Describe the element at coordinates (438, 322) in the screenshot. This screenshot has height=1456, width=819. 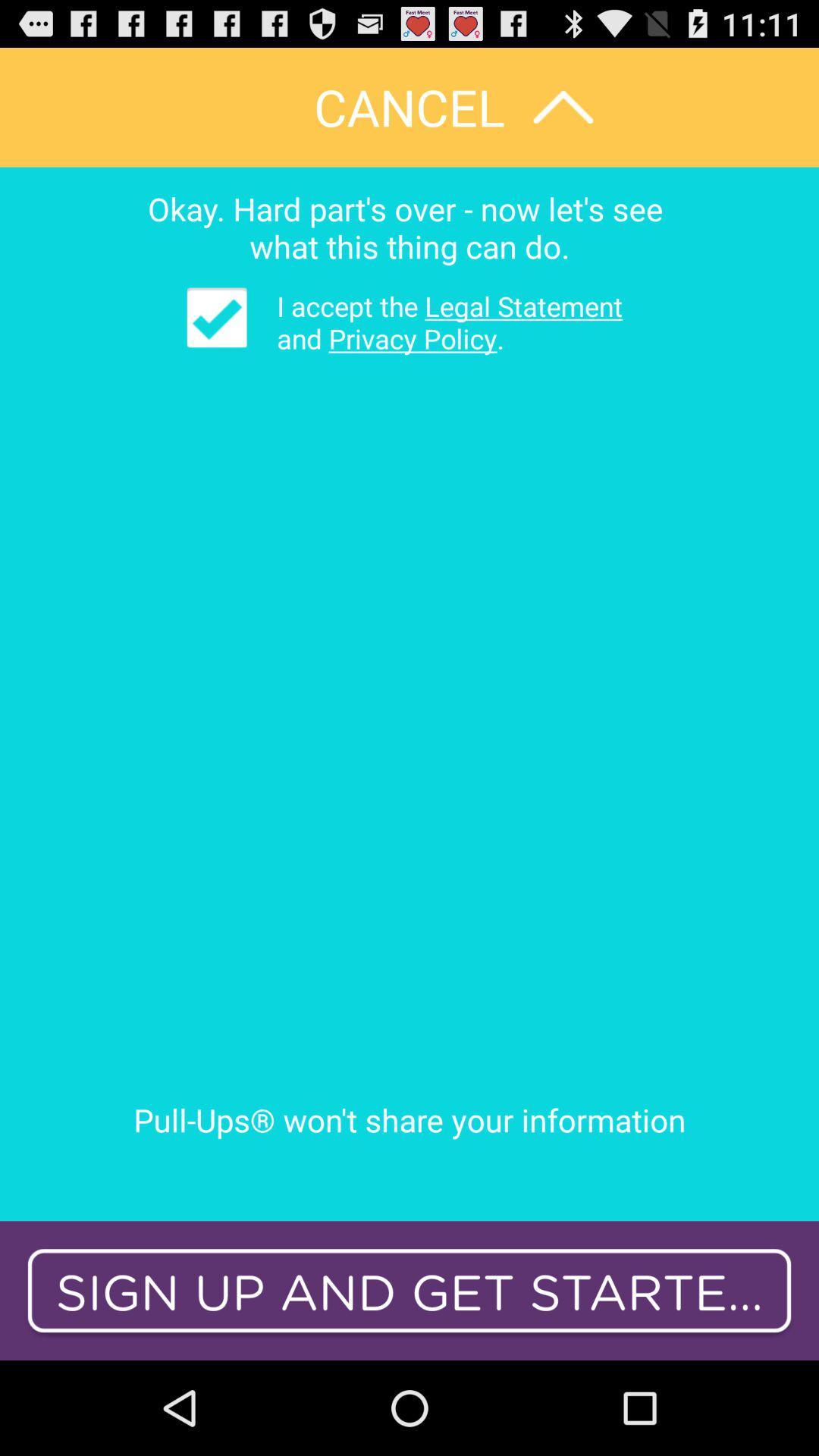
I see `item above the pull ups won app` at that location.